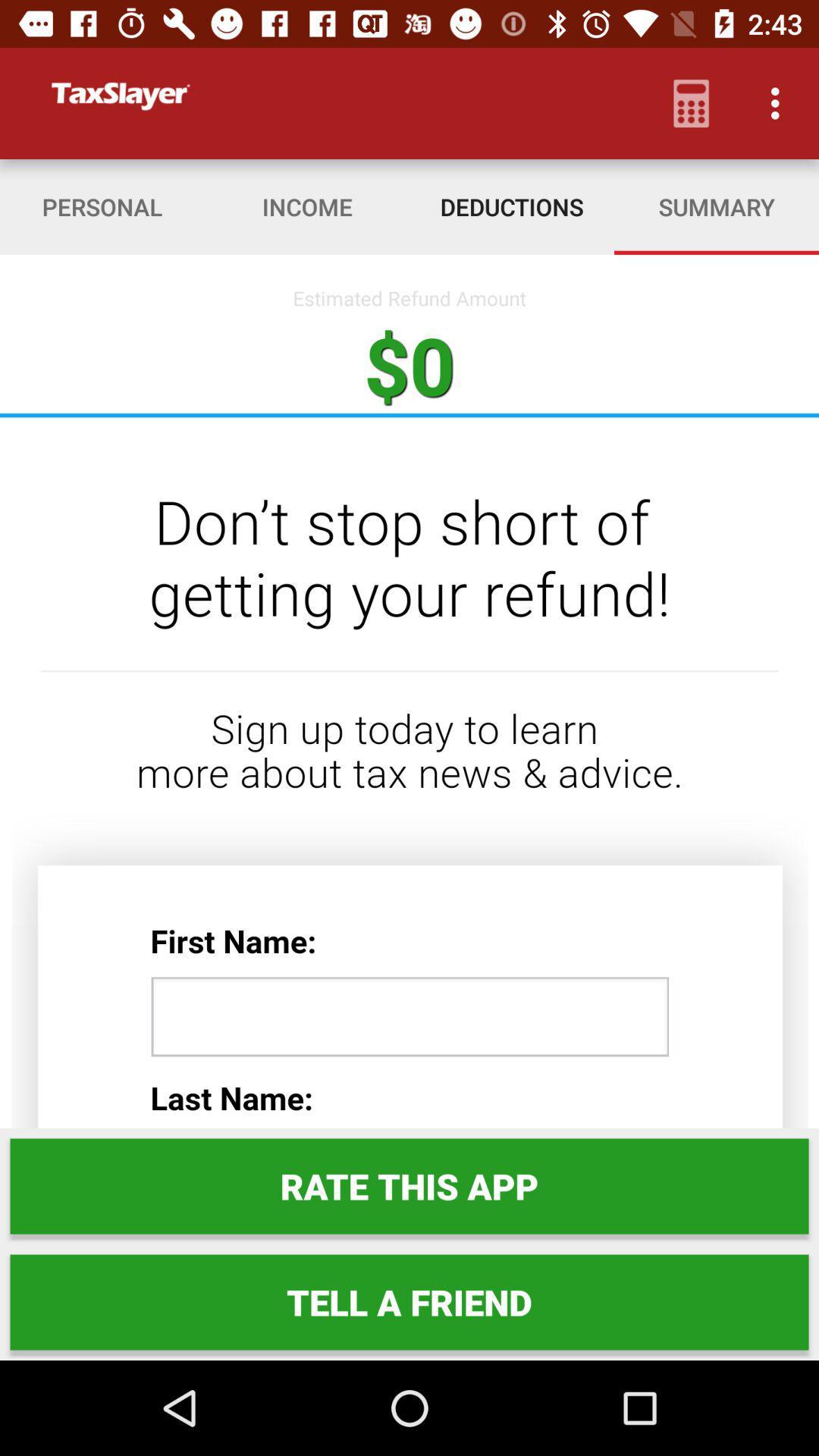 The height and width of the screenshot is (1456, 819). I want to click on the item below rate this app item, so click(409, 1301).